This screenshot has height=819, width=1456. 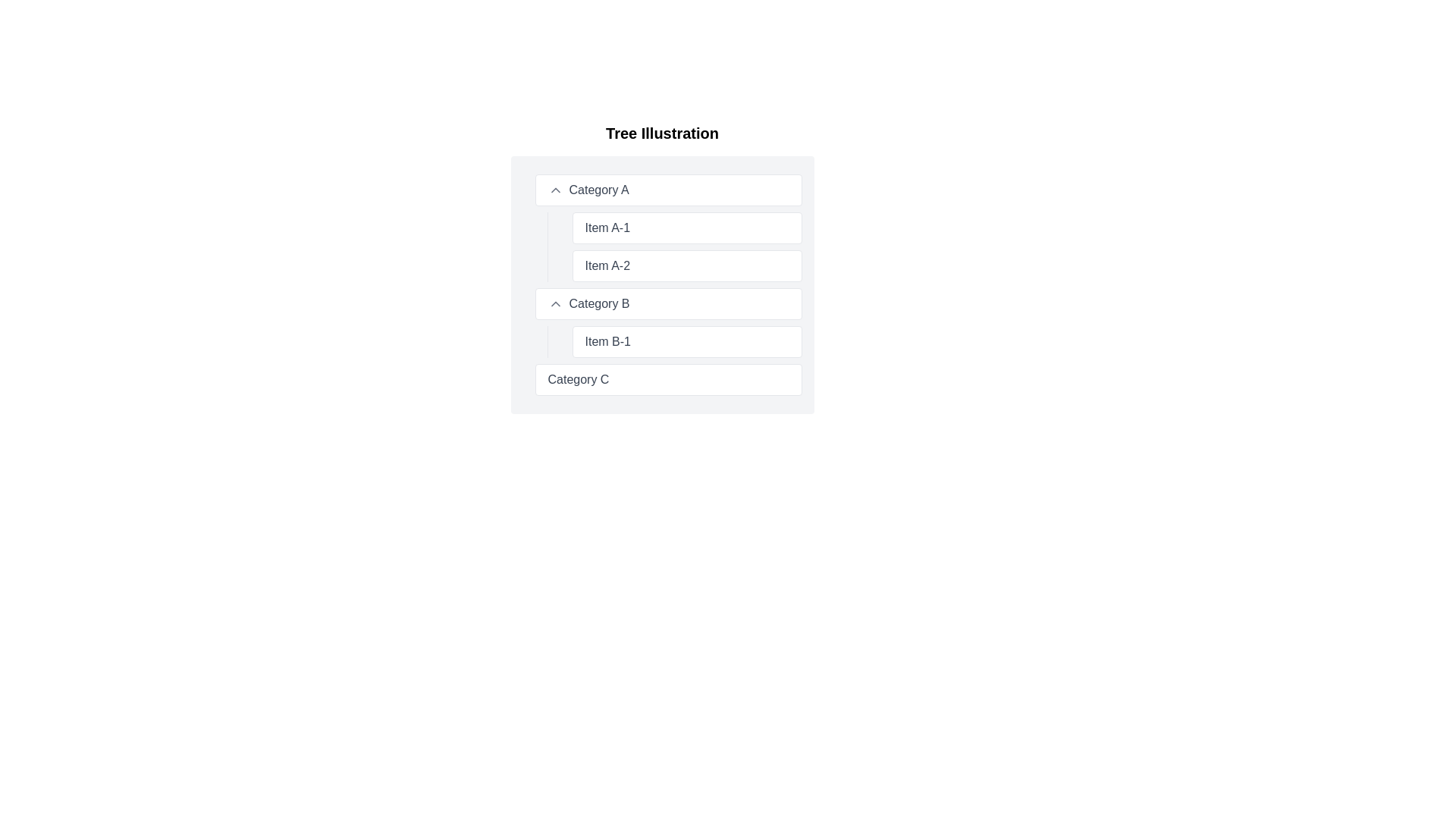 I want to click on the list item 'Item B-1' located in the expandable section that follows 'Category A', so click(x=667, y=322).